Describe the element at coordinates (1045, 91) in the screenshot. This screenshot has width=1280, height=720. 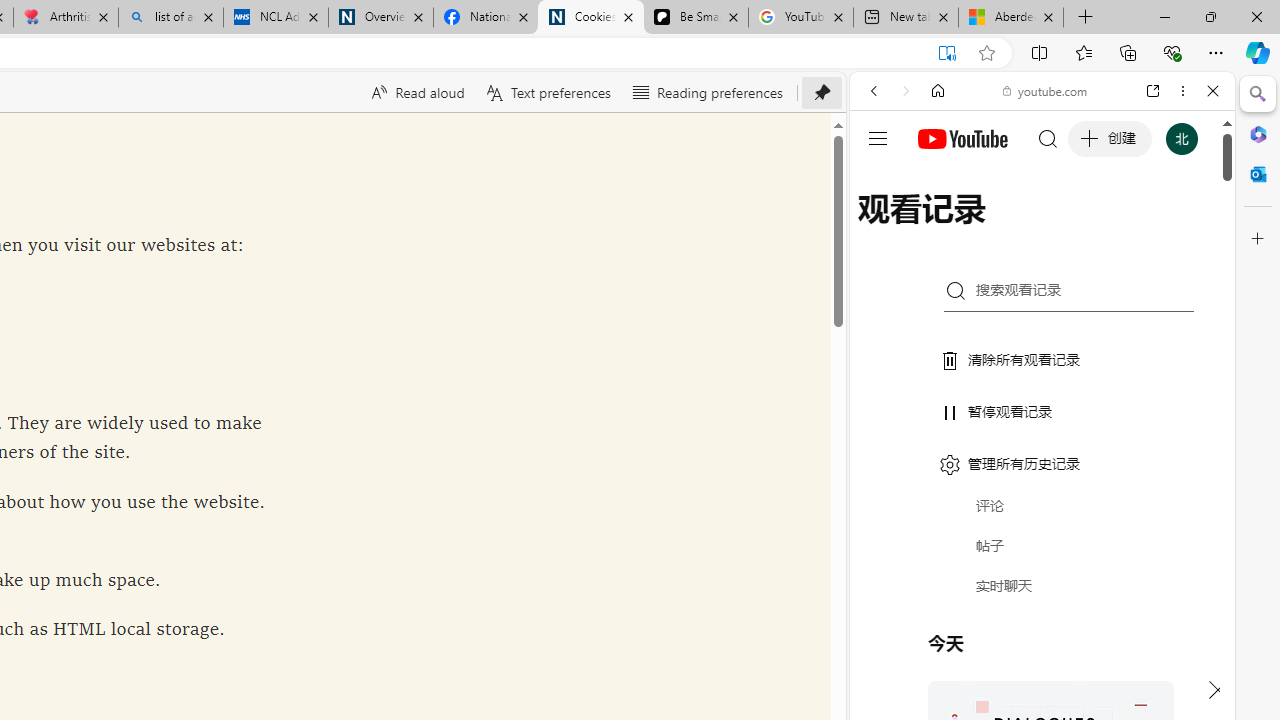
I see `'youtube.com'` at that location.